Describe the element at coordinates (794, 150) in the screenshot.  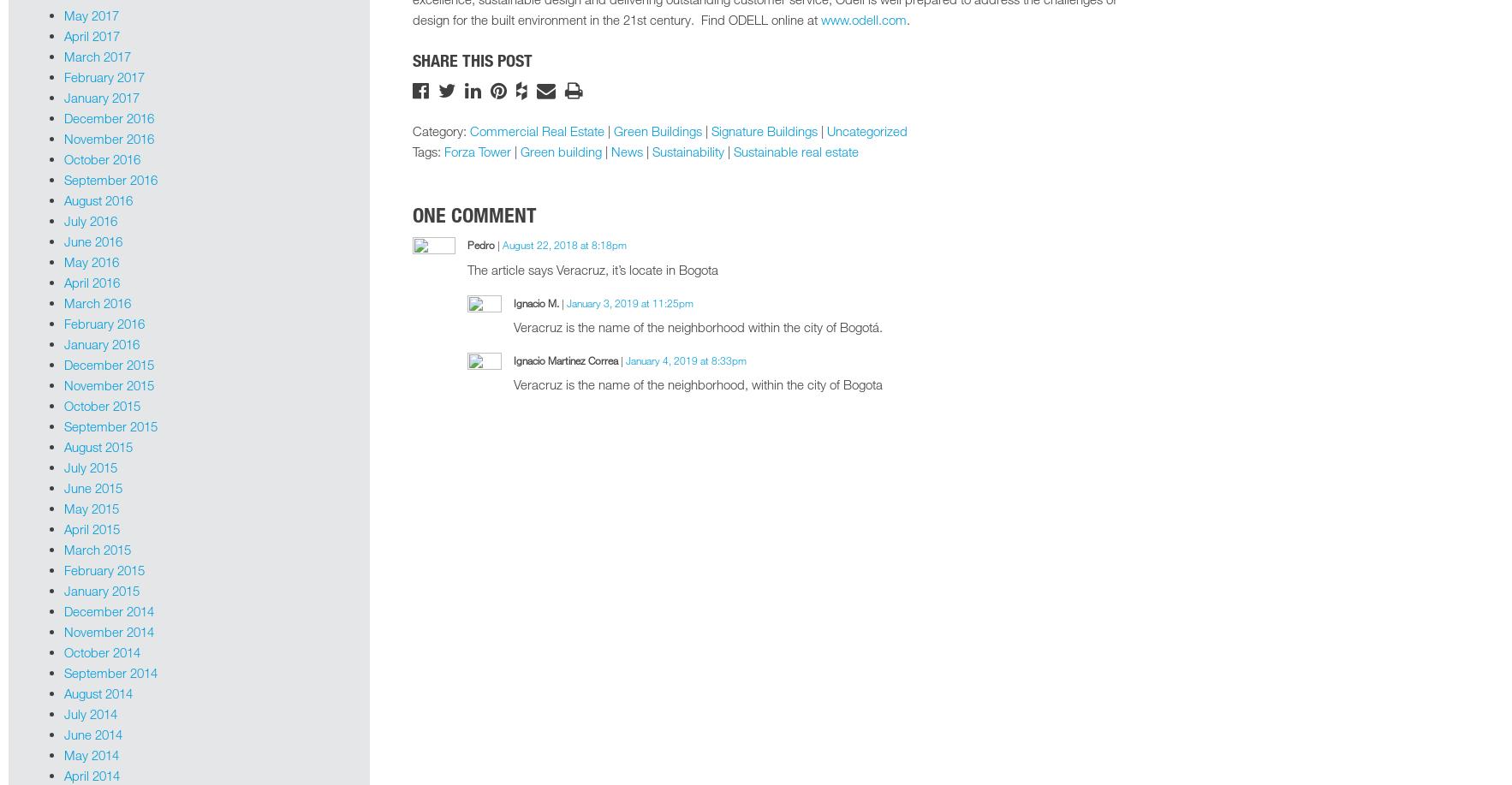
I see `'Sustainable real estate'` at that location.